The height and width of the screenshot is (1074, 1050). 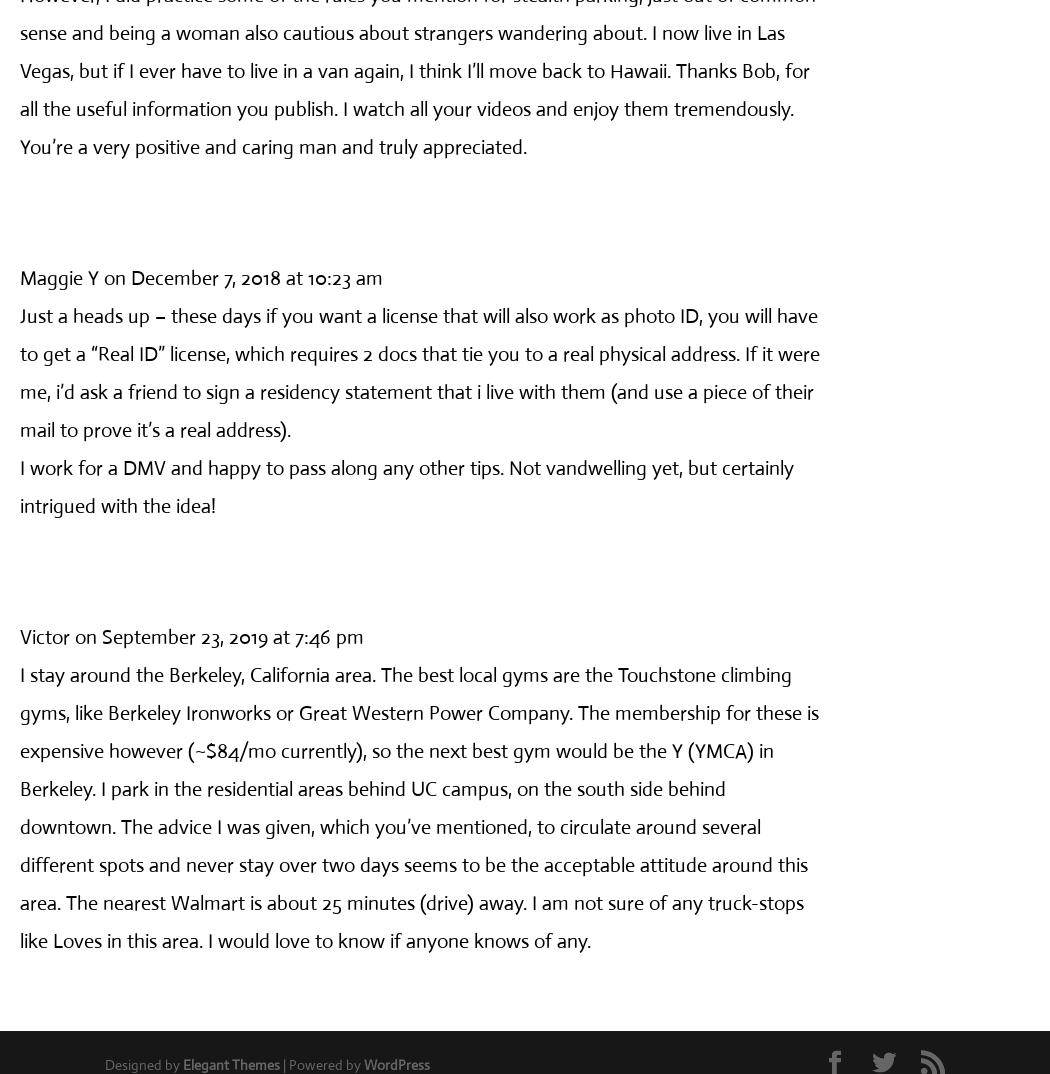 I want to click on 'Maggie Y', so click(x=19, y=277).